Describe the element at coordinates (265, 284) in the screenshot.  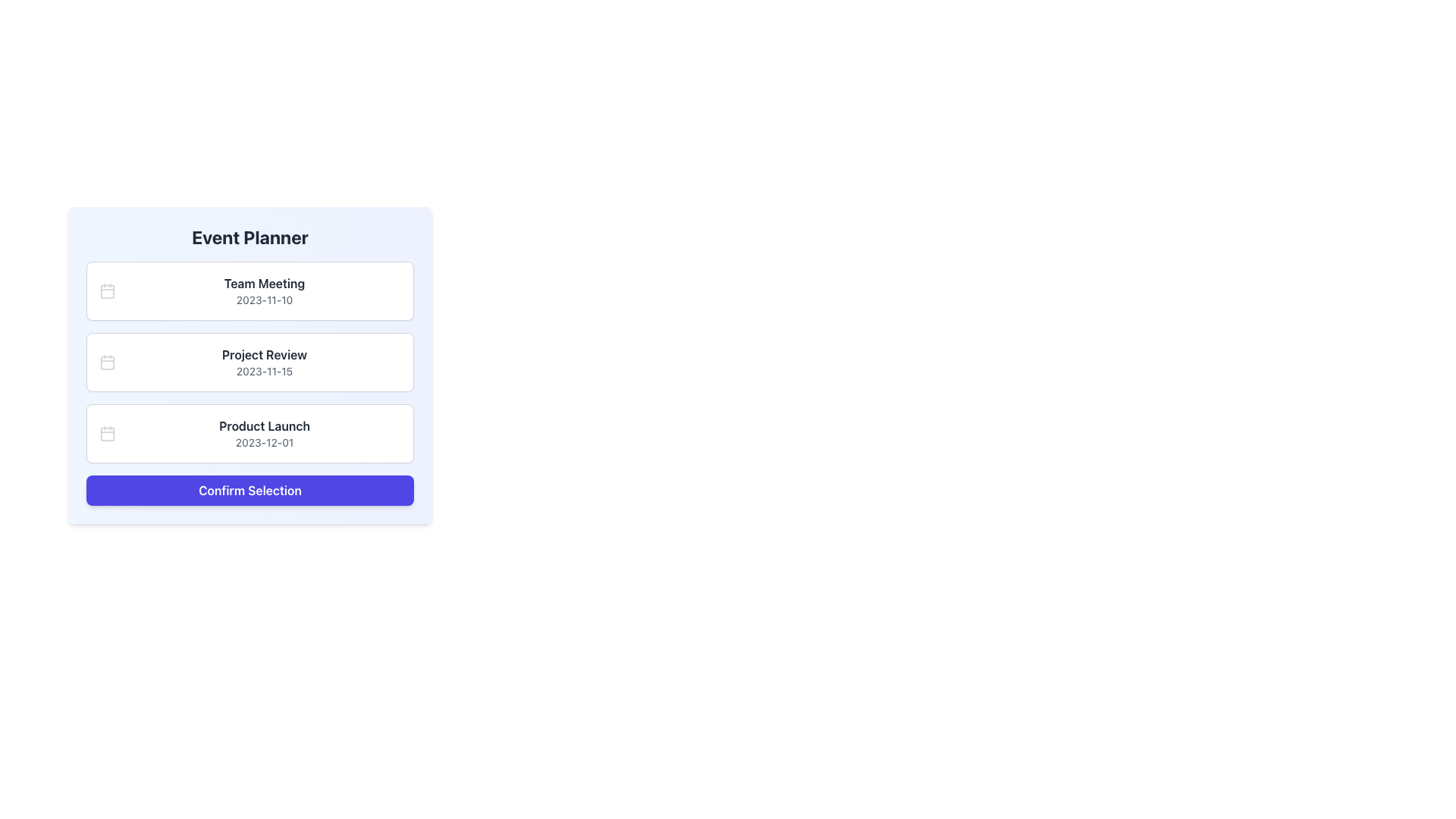
I see `the 'Team Meeting' text label element, which is styled in bold dark gray and located above the date '2023-11-10' in the 'Event Planner' panel` at that location.